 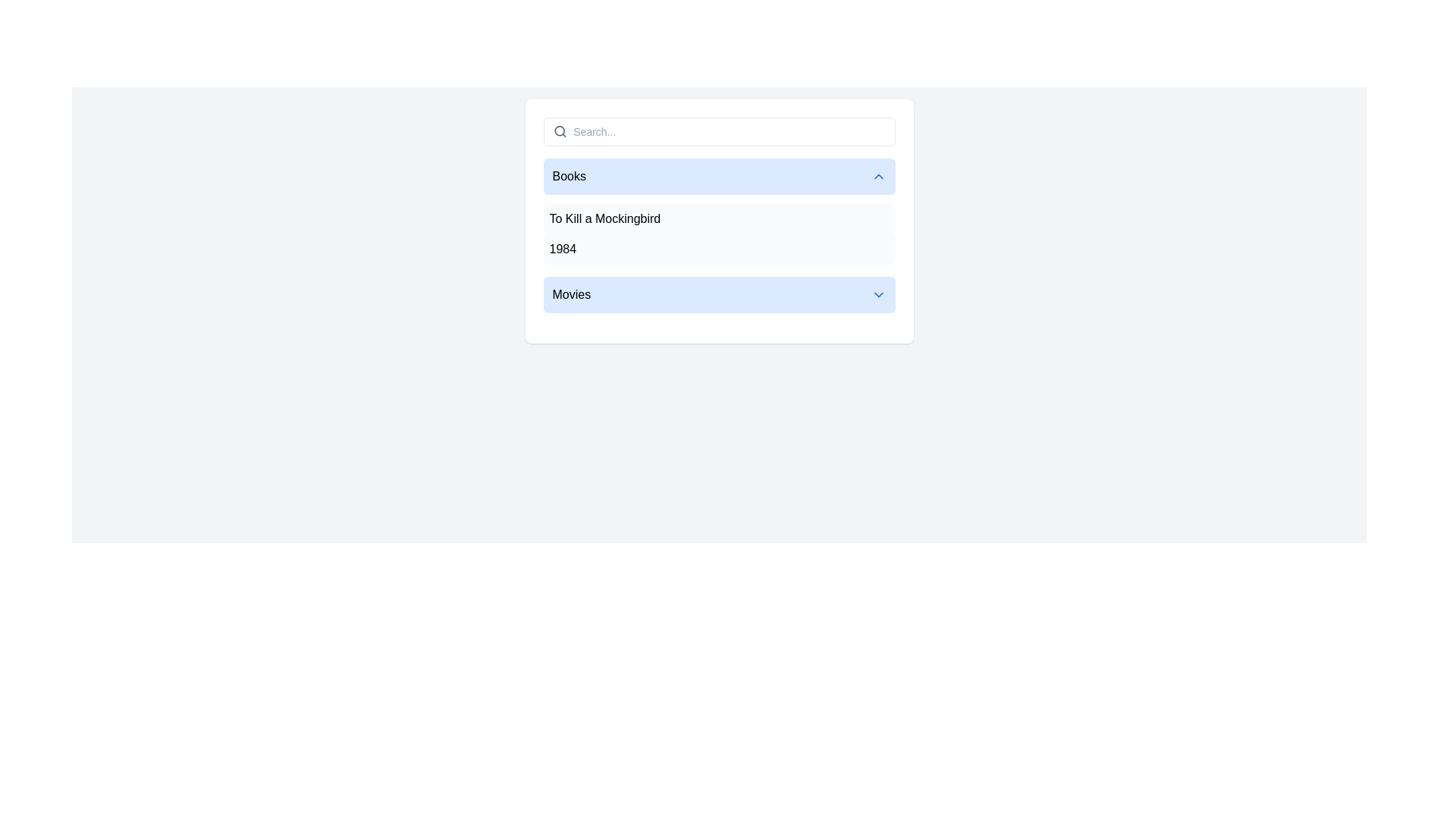 What do you see at coordinates (559, 130) in the screenshot?
I see `the circular icon representing the lens of a magnifying glass, located in the top left corner of the search bar` at bounding box center [559, 130].